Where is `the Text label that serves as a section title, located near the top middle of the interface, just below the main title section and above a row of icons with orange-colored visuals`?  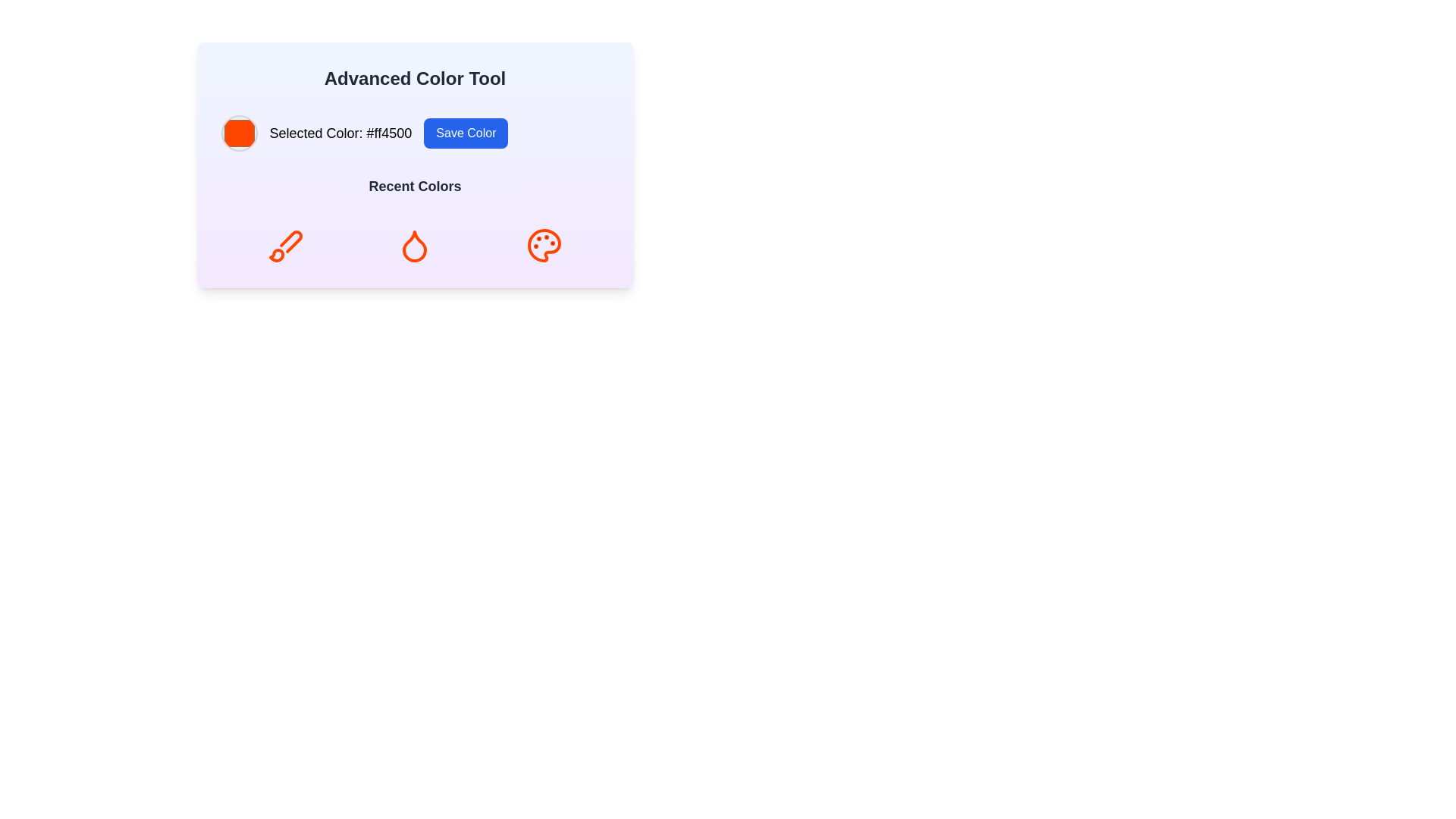 the Text label that serves as a section title, located near the top middle of the interface, just below the main title section and above a row of icons with orange-colored visuals is located at coordinates (415, 186).